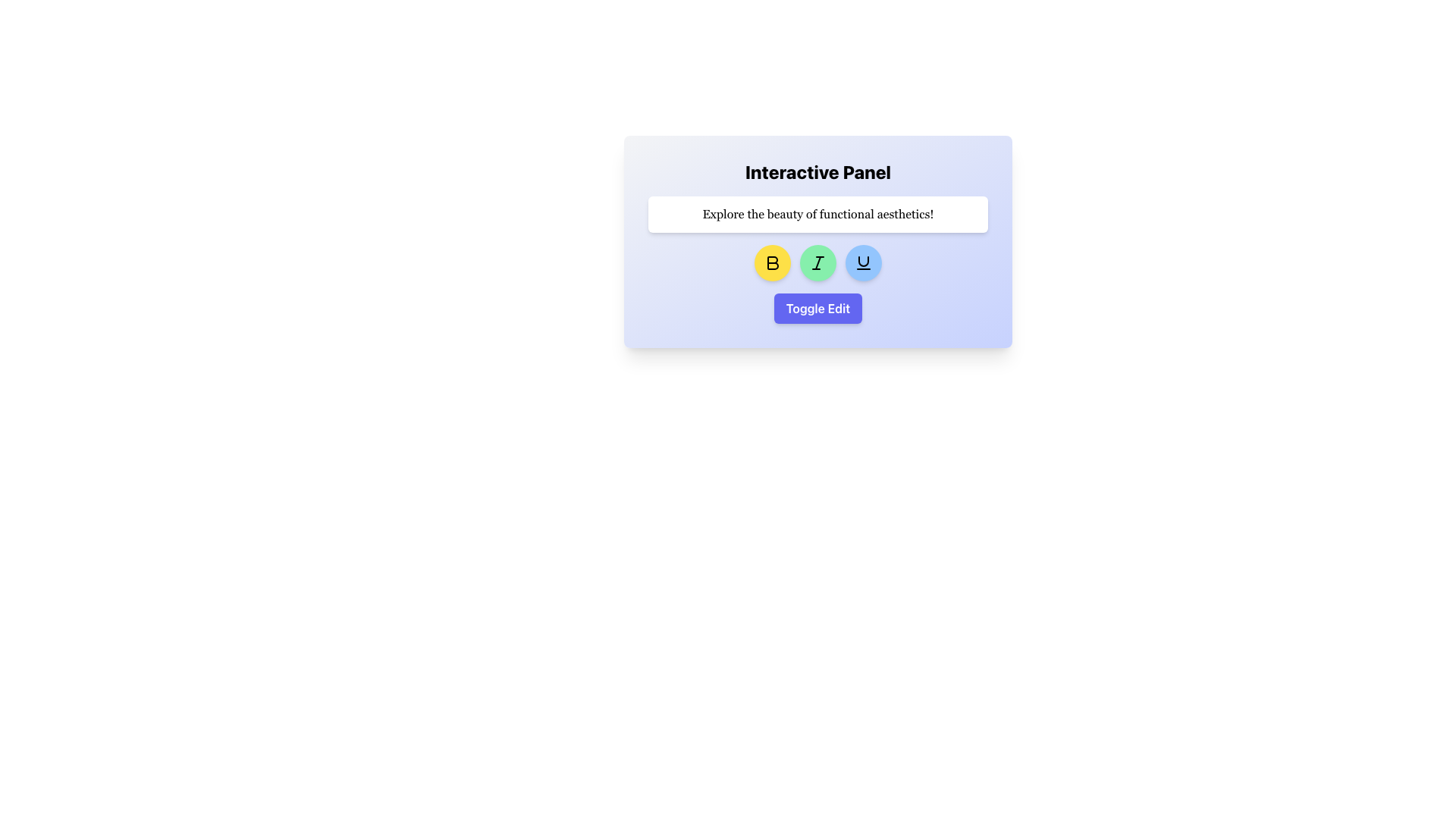 The image size is (1456, 819). Describe the element at coordinates (863, 262) in the screenshot. I see `the underline icon button, which is the third button from the left in a row of blue circular buttons` at that location.